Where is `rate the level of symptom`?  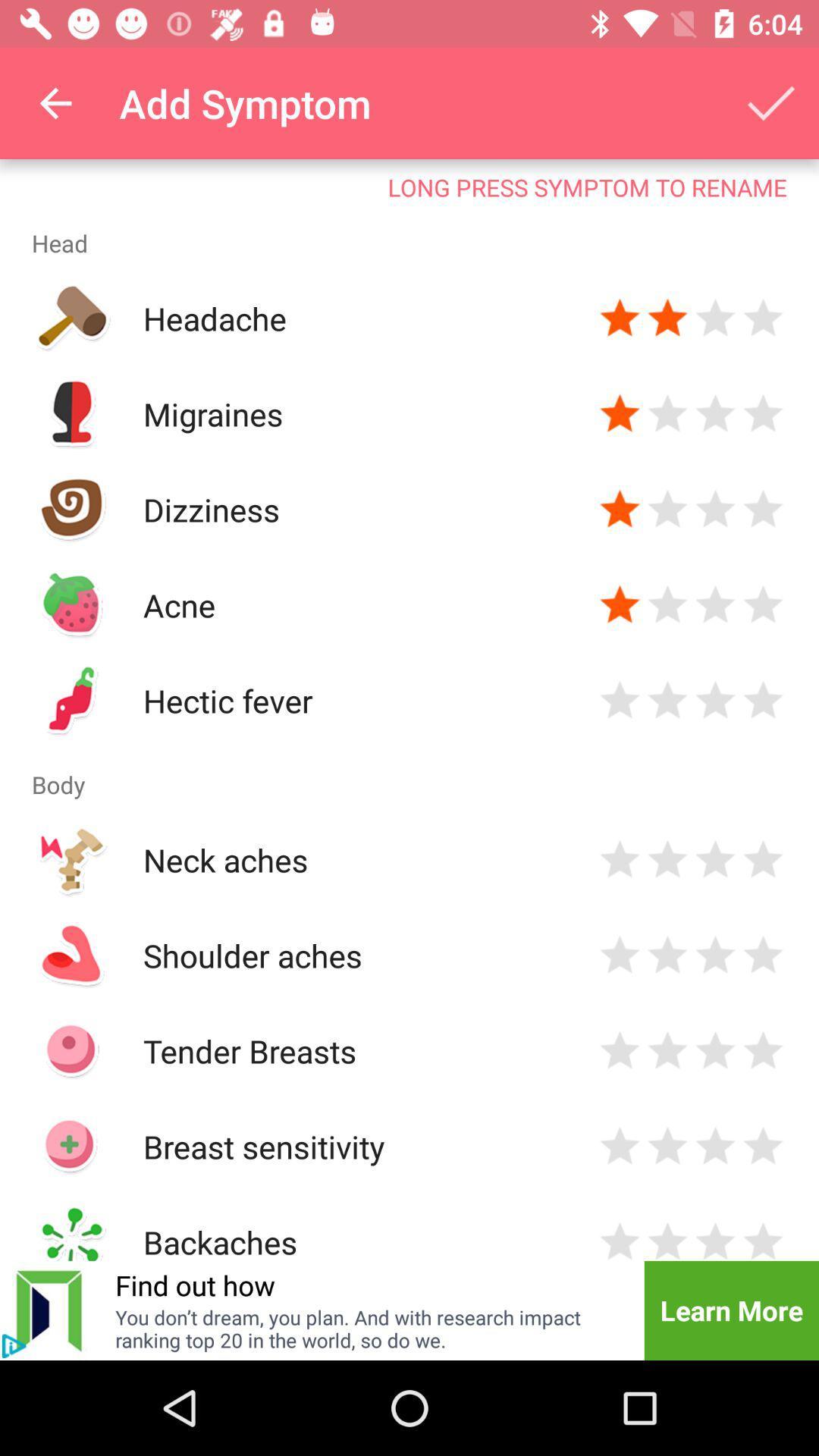
rate the level of symptom is located at coordinates (763, 318).